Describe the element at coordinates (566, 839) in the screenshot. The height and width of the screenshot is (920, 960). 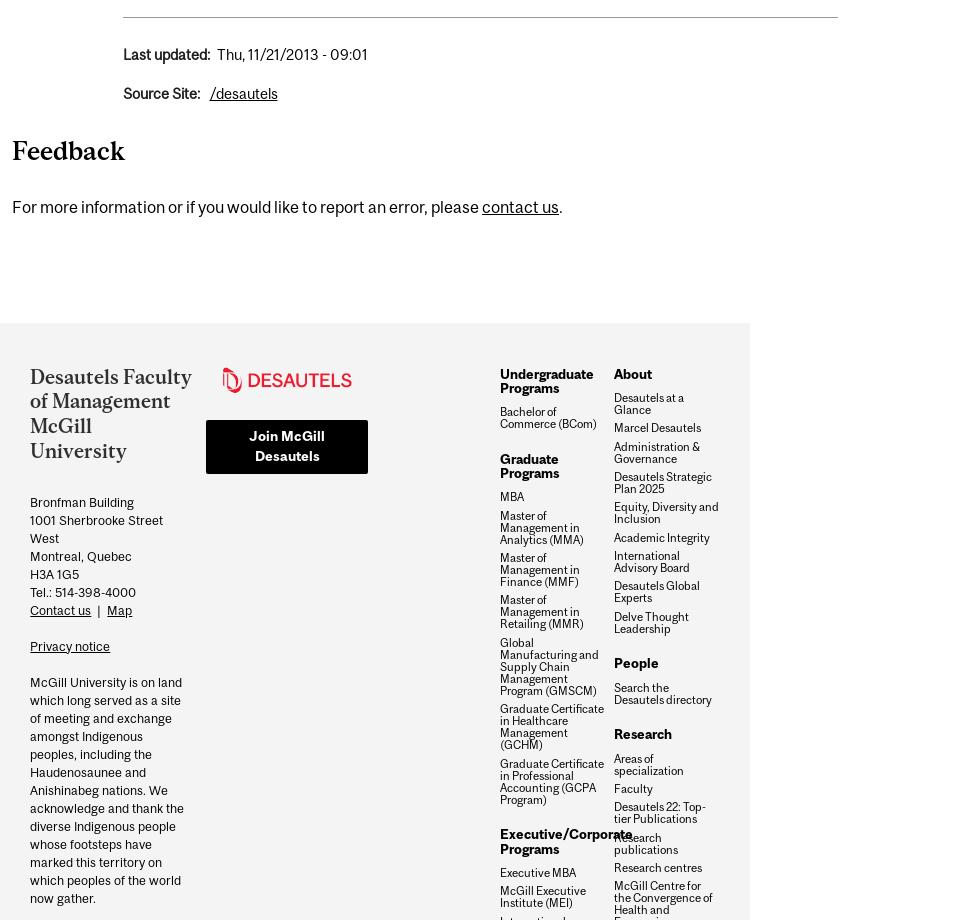
I see `'Executive/Corporate Programs'` at that location.